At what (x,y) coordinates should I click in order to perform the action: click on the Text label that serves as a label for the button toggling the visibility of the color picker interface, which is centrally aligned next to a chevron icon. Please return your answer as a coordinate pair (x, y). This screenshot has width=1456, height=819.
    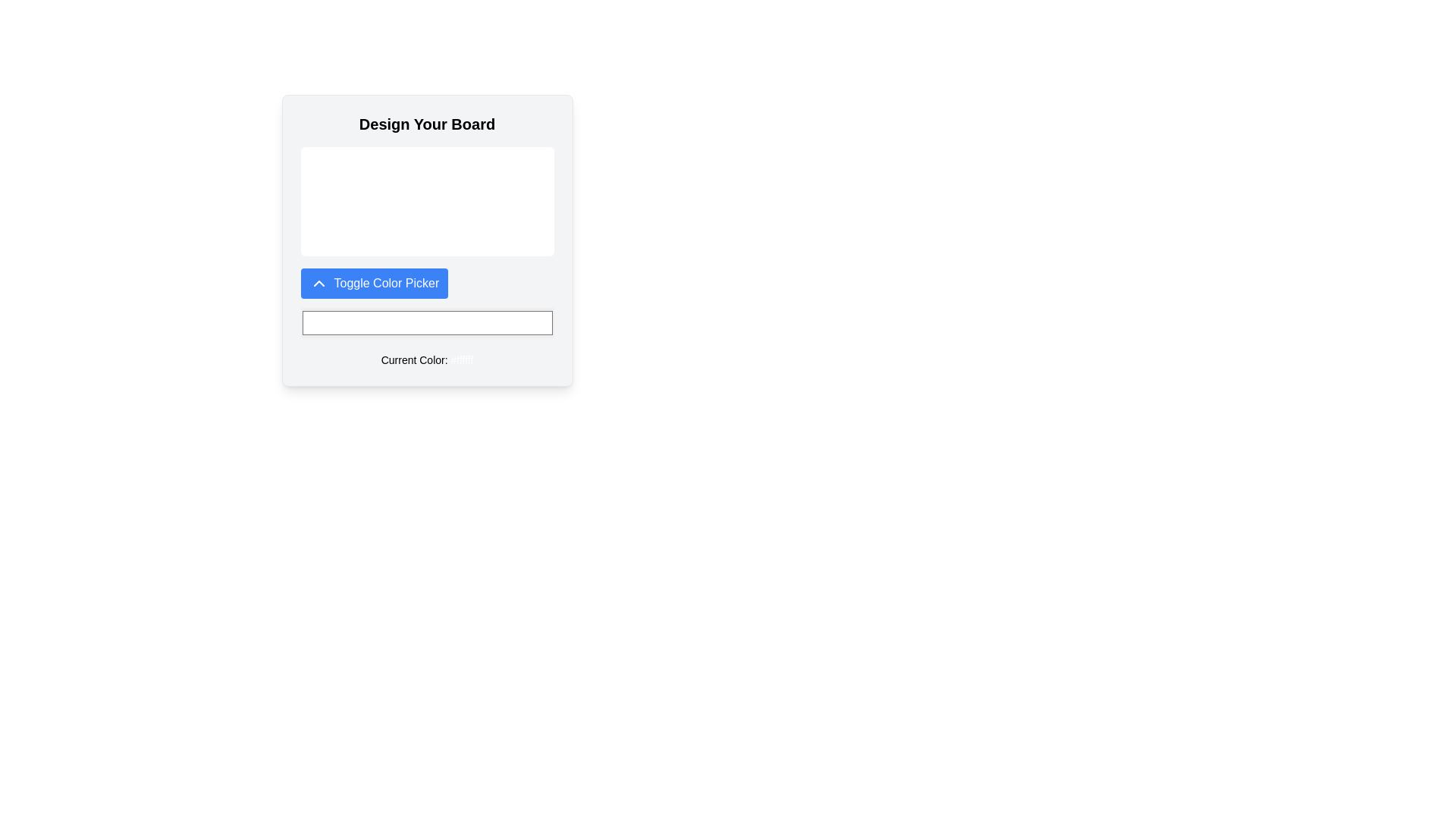
    Looking at the image, I should click on (386, 284).